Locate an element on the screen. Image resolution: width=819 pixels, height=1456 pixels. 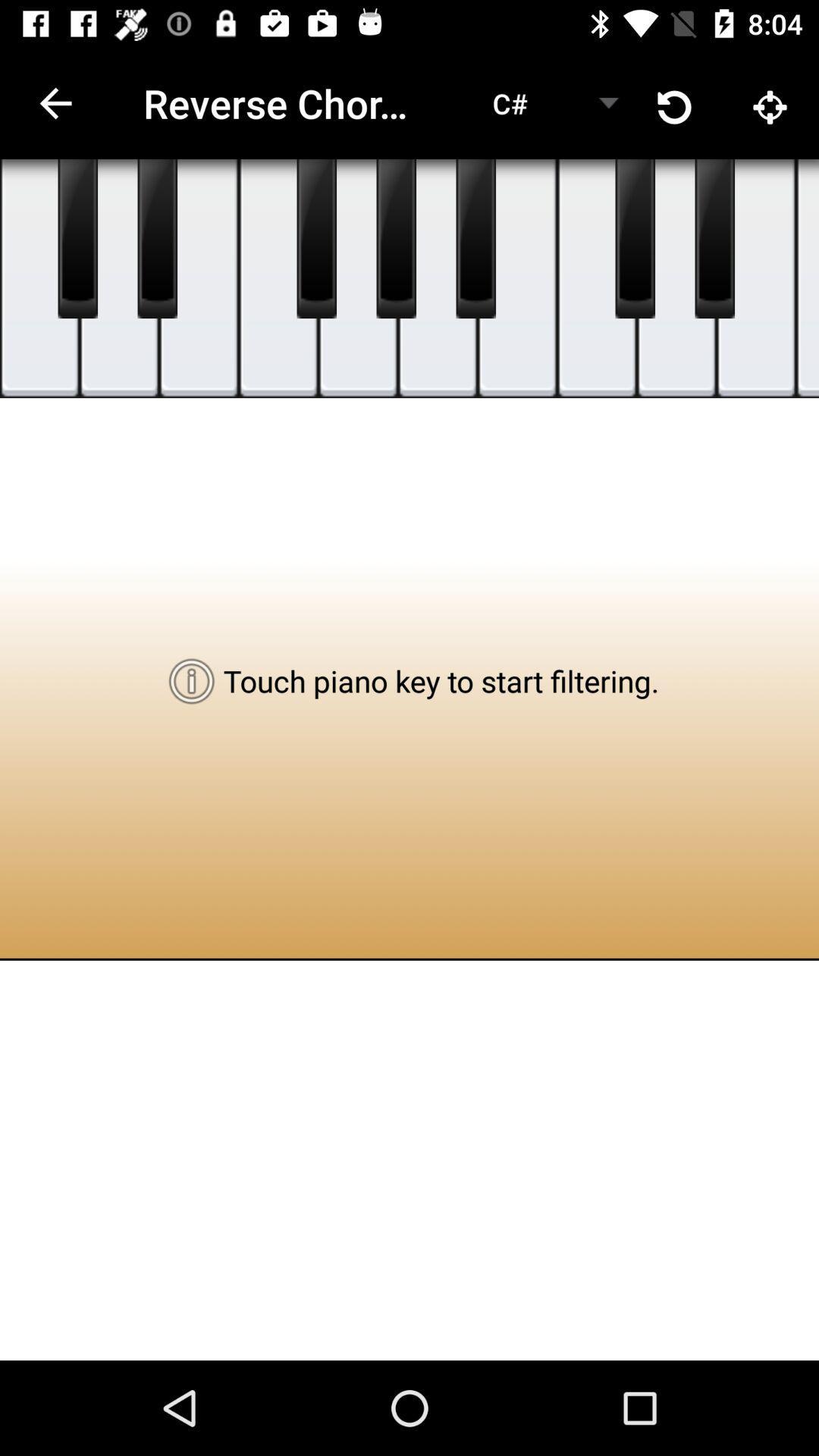
the item below the reverse chord lookup app is located at coordinates (358, 278).